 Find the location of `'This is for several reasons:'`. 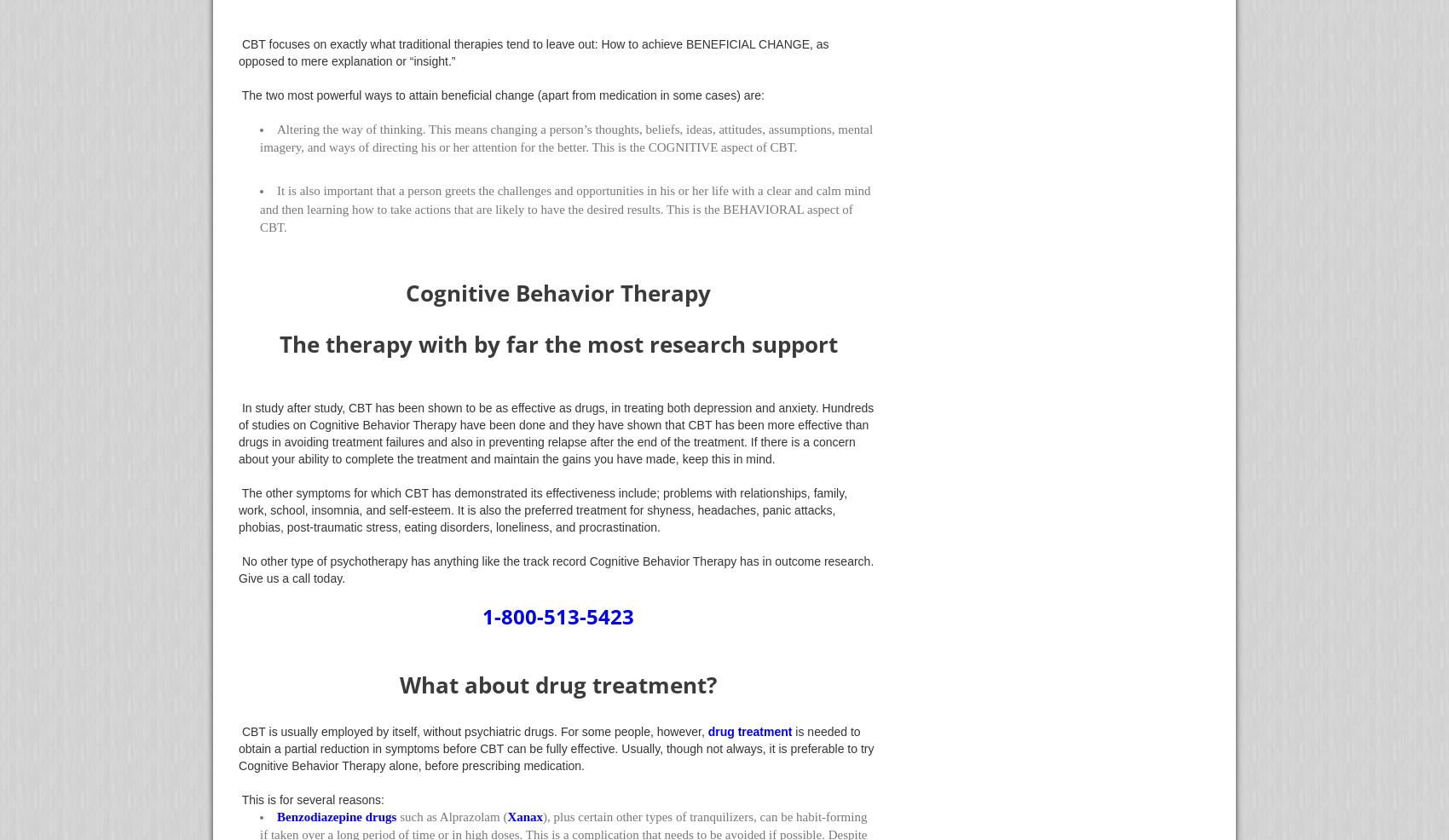

'This is for several reasons:' is located at coordinates (238, 798).